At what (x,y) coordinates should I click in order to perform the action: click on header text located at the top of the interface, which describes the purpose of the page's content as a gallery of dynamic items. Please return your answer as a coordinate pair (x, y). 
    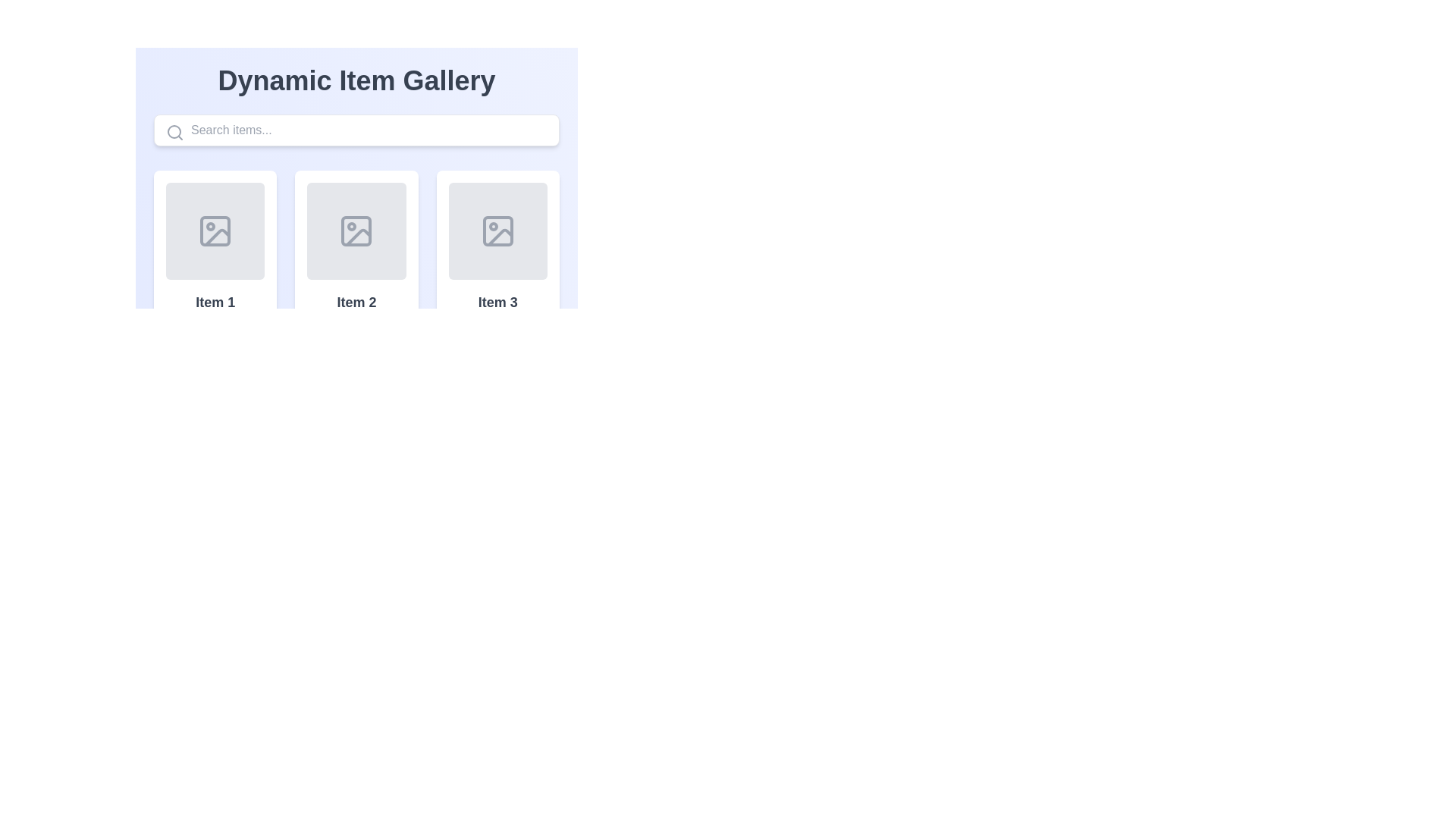
    Looking at the image, I should click on (356, 81).